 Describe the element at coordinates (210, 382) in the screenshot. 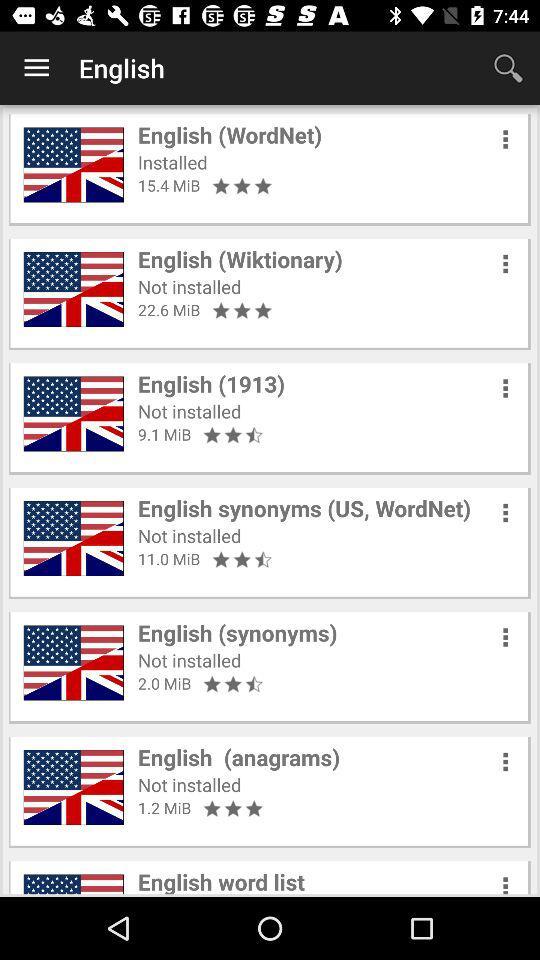

I see `the item above not installed item` at that location.